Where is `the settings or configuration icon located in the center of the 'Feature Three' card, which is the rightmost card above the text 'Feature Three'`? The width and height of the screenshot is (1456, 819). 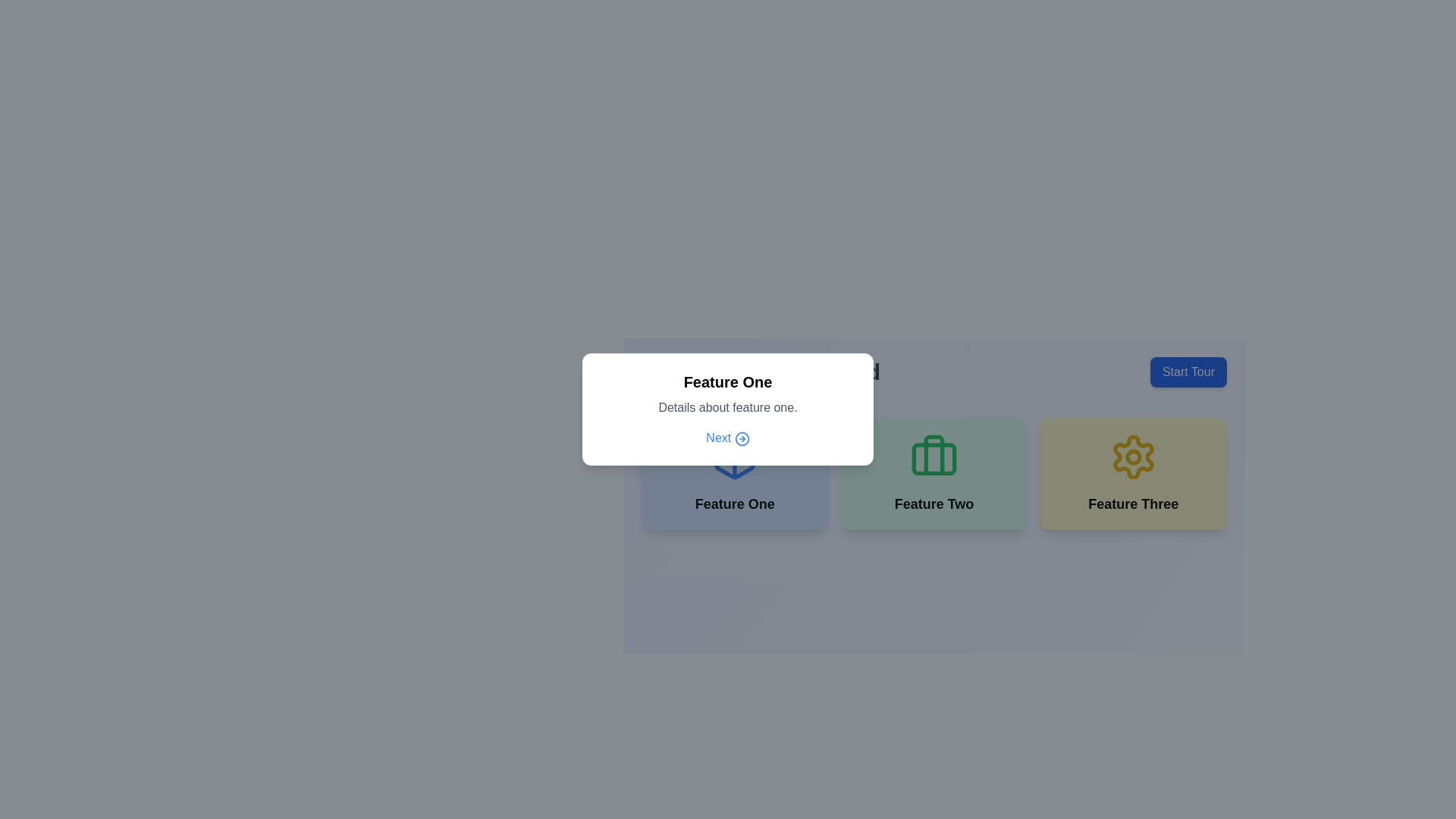 the settings or configuration icon located in the center of the 'Feature Three' card, which is the rightmost card above the text 'Feature Three' is located at coordinates (1133, 456).